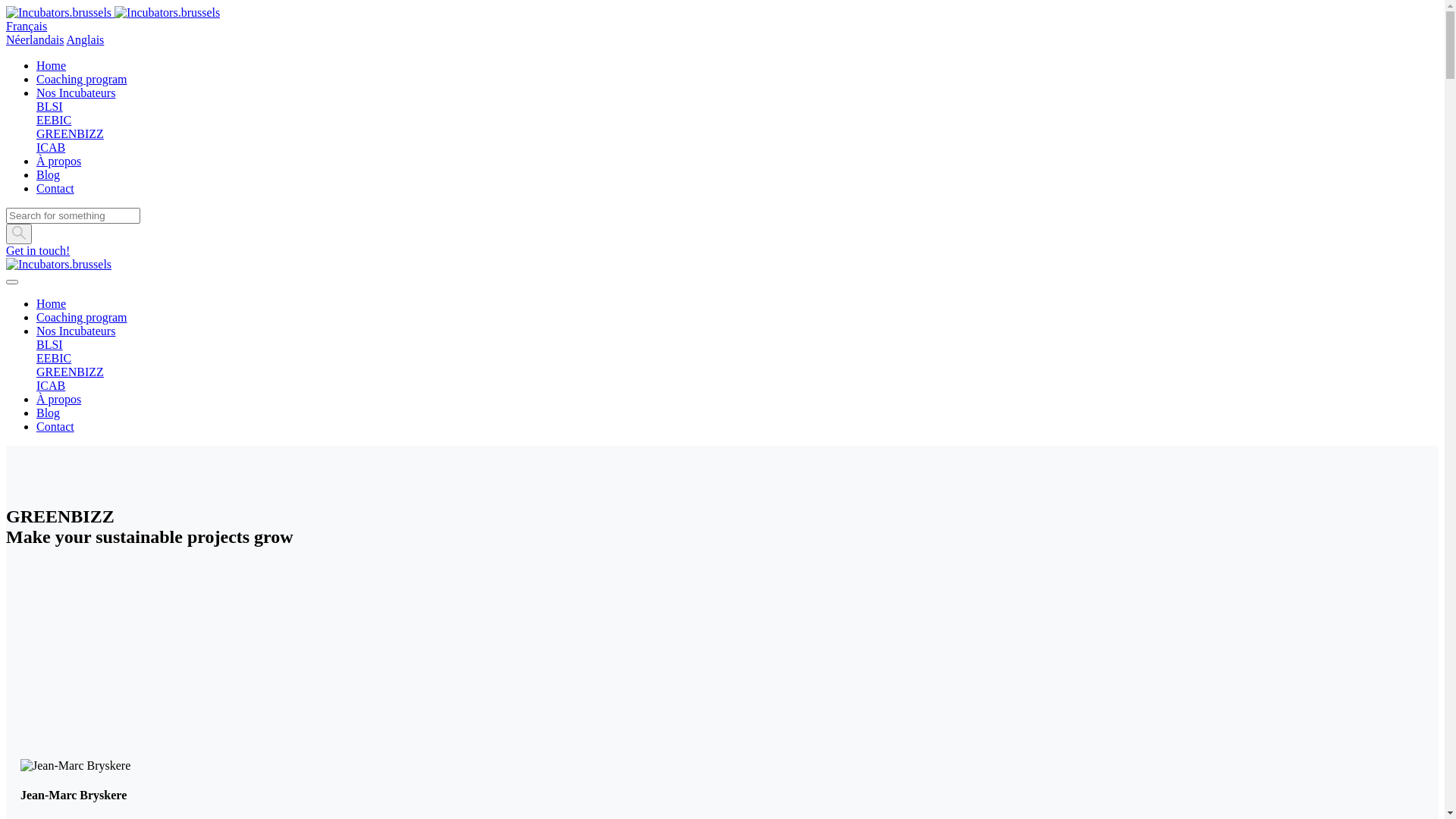  What do you see at coordinates (51, 147) in the screenshot?
I see `'ICAB'` at bounding box center [51, 147].